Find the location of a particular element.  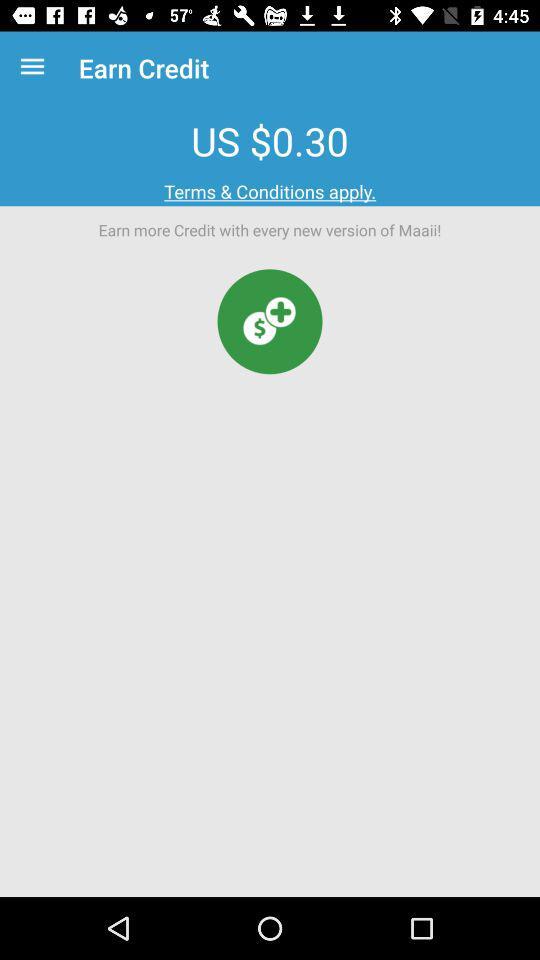

app below us $0.30 item is located at coordinates (270, 191).